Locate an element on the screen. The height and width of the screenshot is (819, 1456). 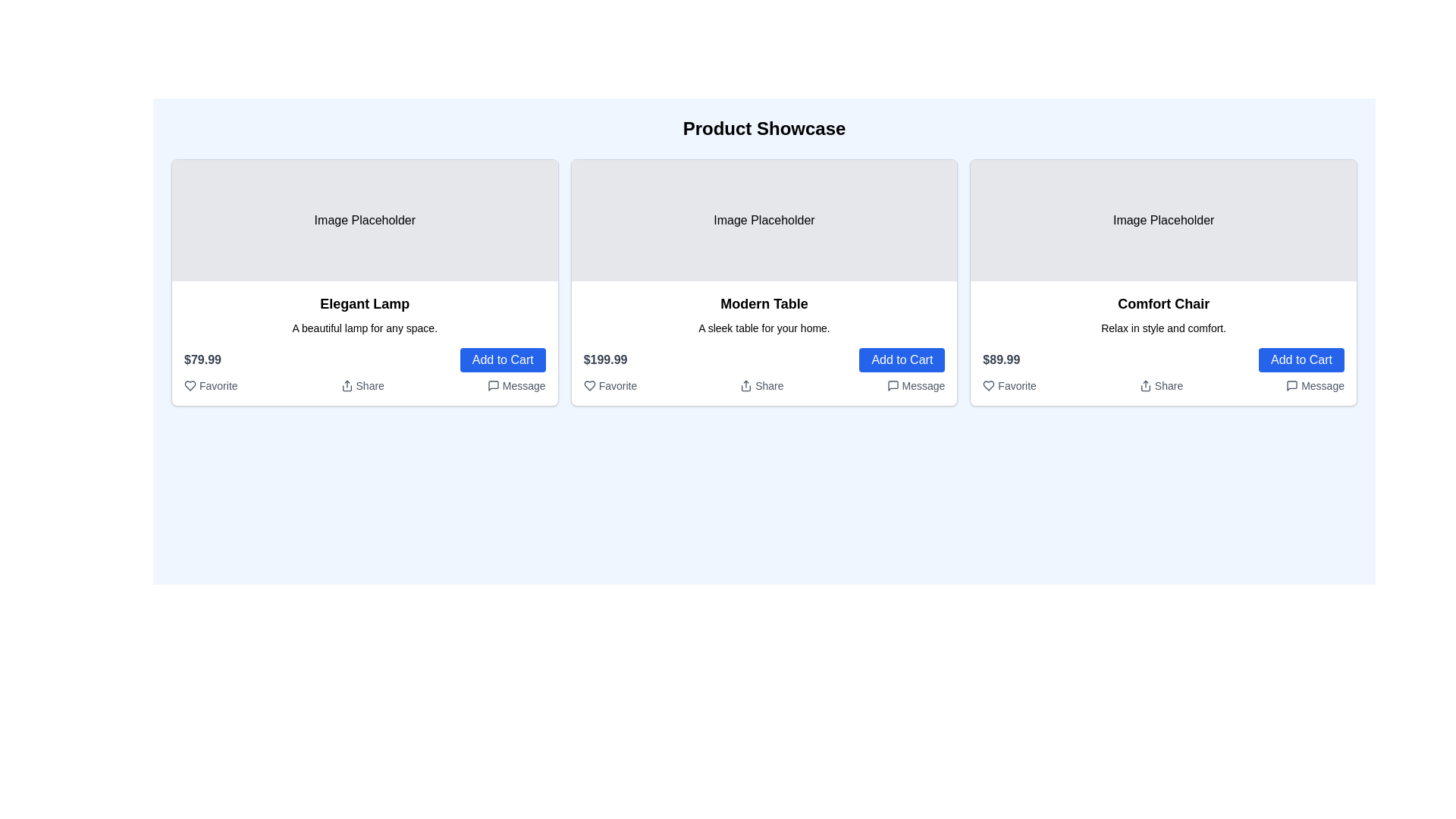
the minimalist share icon located in the second product card titled 'Modern Table', positioned adjacent to the 'Share' text label is located at coordinates (746, 385).